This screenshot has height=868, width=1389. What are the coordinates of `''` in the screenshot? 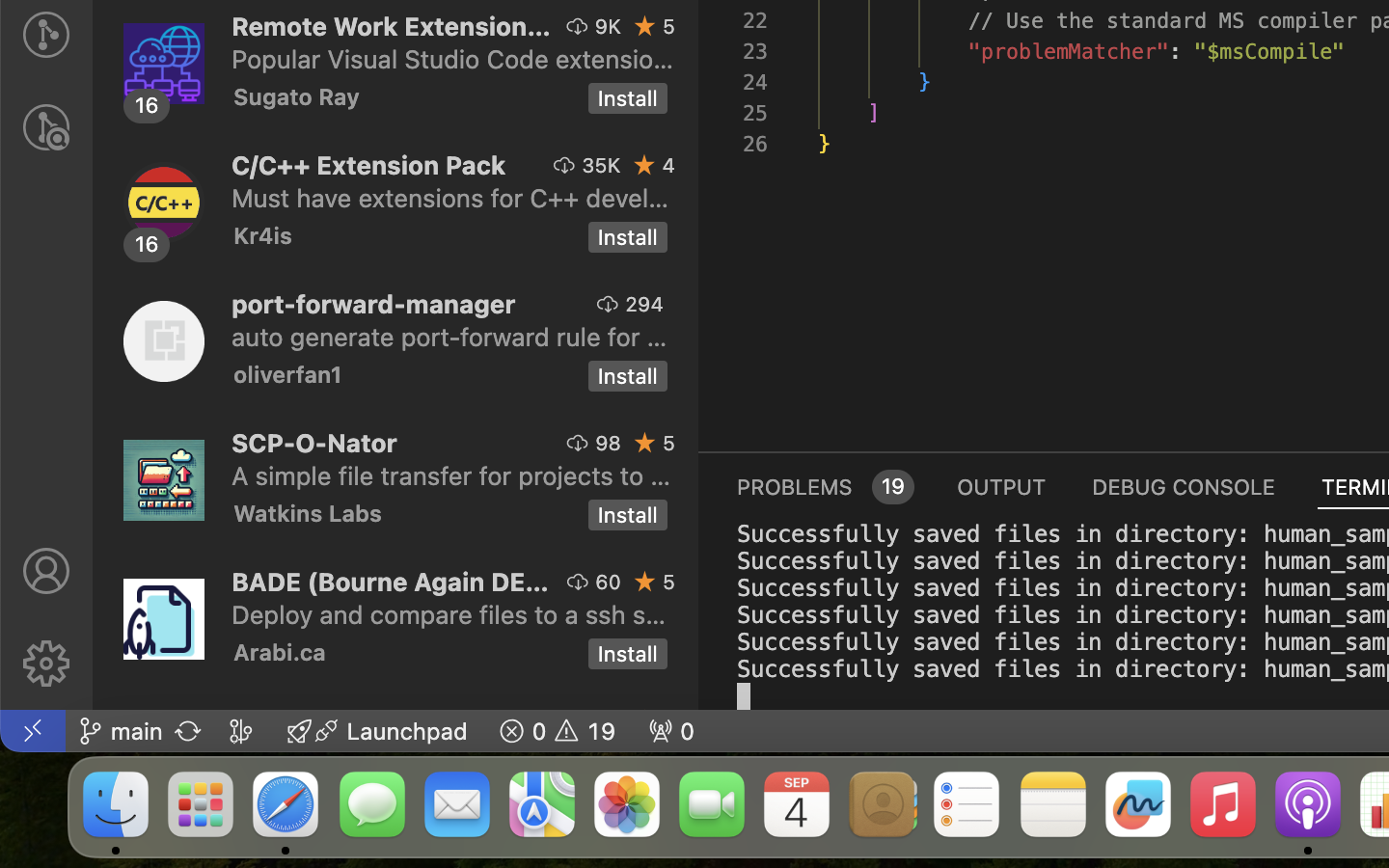 It's located at (44, 571).